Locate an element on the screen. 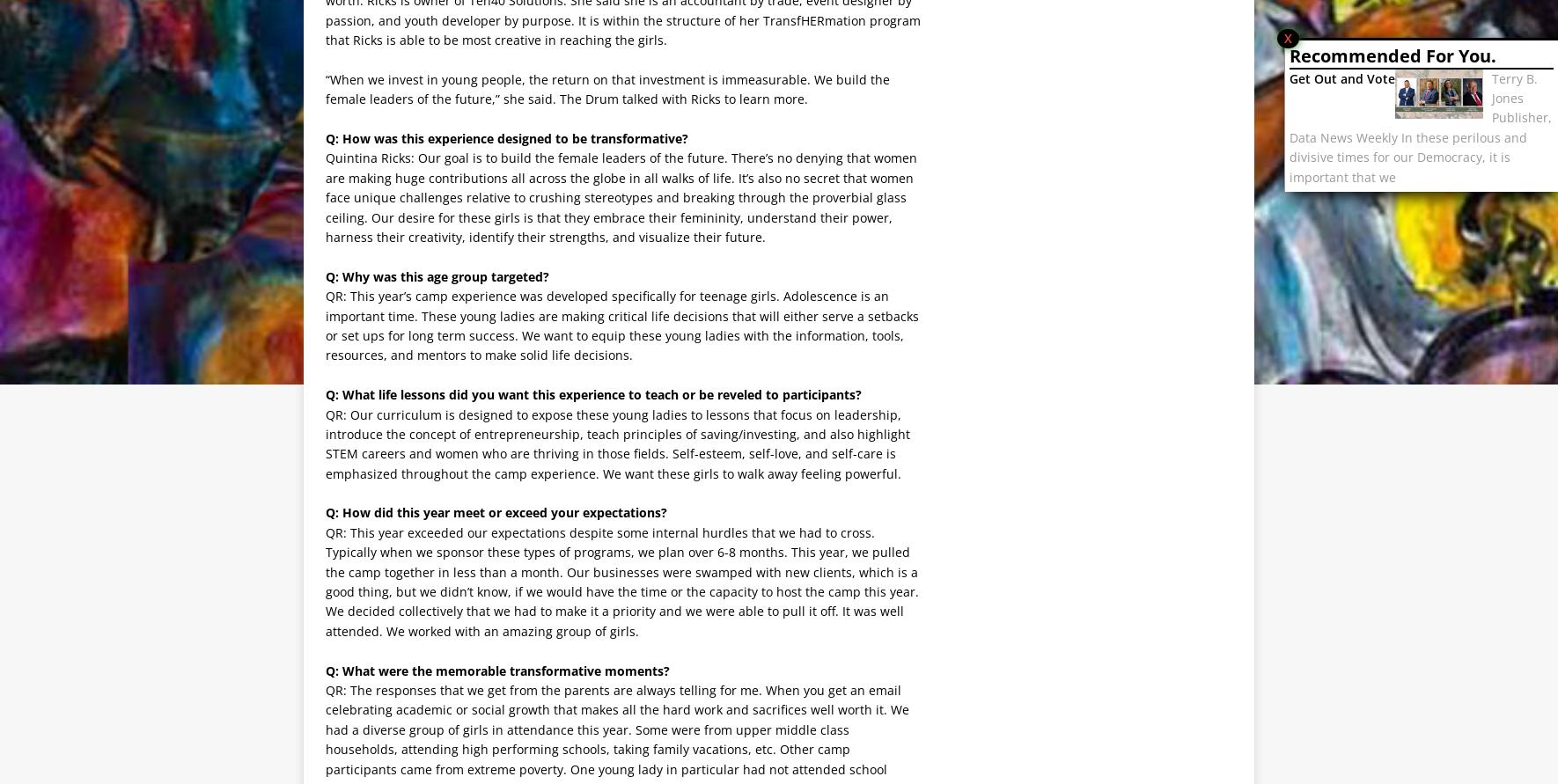 This screenshot has width=1558, height=784. 'Q: How did this year meet or exceed your expectations?' is located at coordinates (324, 512).